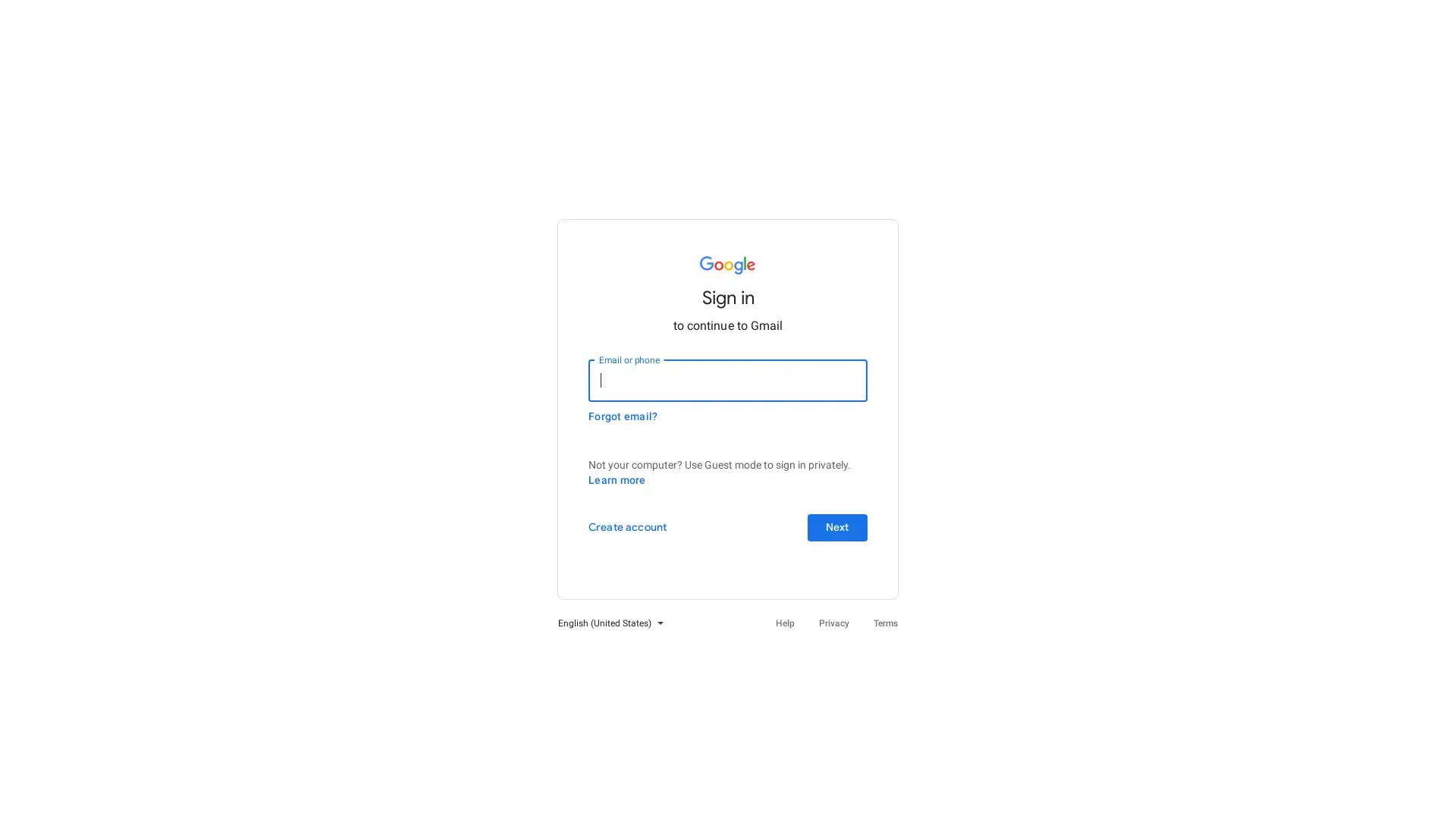  What do you see at coordinates (623, 415) in the screenshot?
I see `Forgot email?` at bounding box center [623, 415].